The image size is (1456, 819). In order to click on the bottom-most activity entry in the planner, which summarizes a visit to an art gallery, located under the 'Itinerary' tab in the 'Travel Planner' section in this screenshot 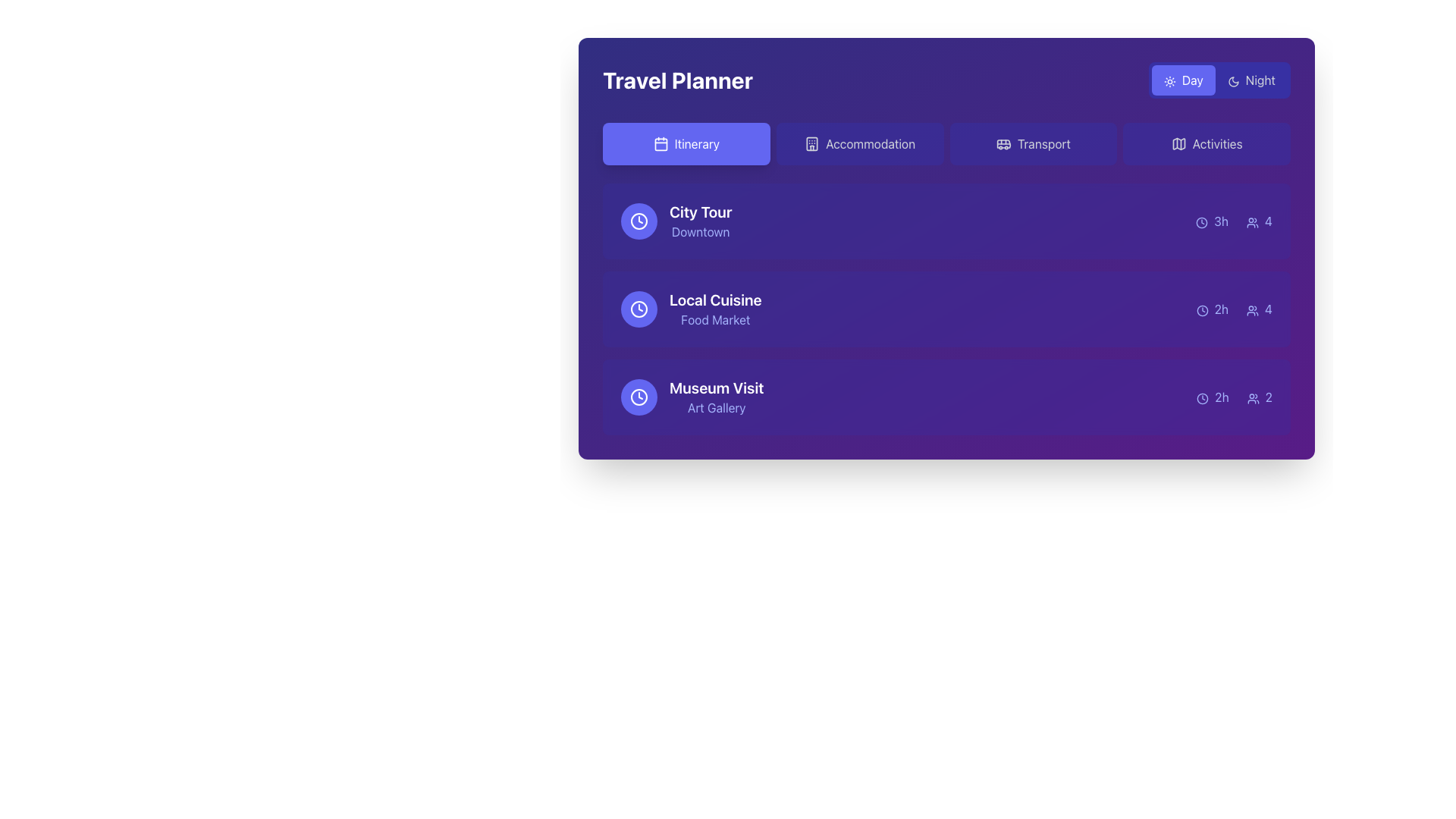, I will do `click(946, 397)`.